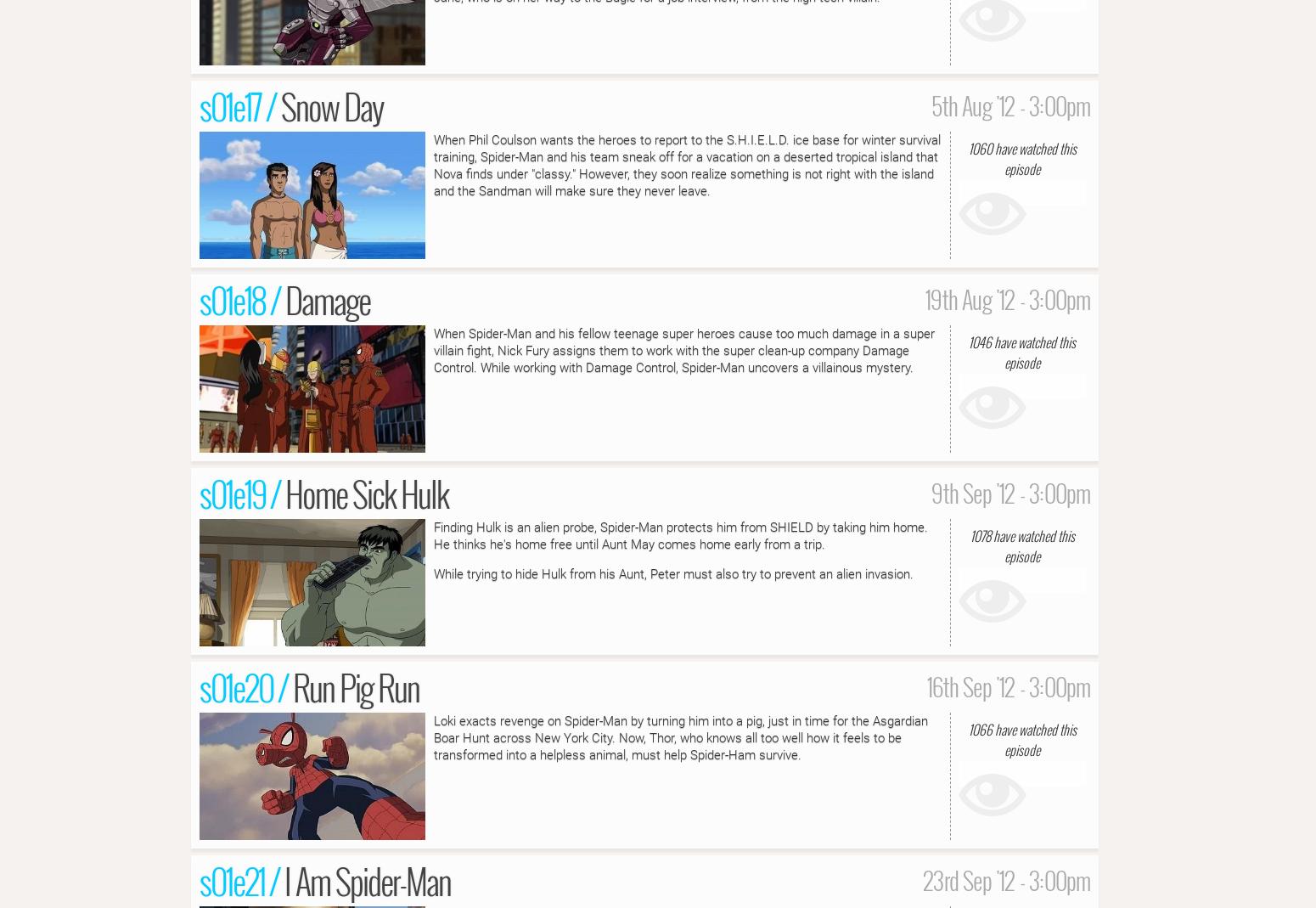  What do you see at coordinates (356, 685) in the screenshot?
I see `'Run Pig Run'` at bounding box center [356, 685].